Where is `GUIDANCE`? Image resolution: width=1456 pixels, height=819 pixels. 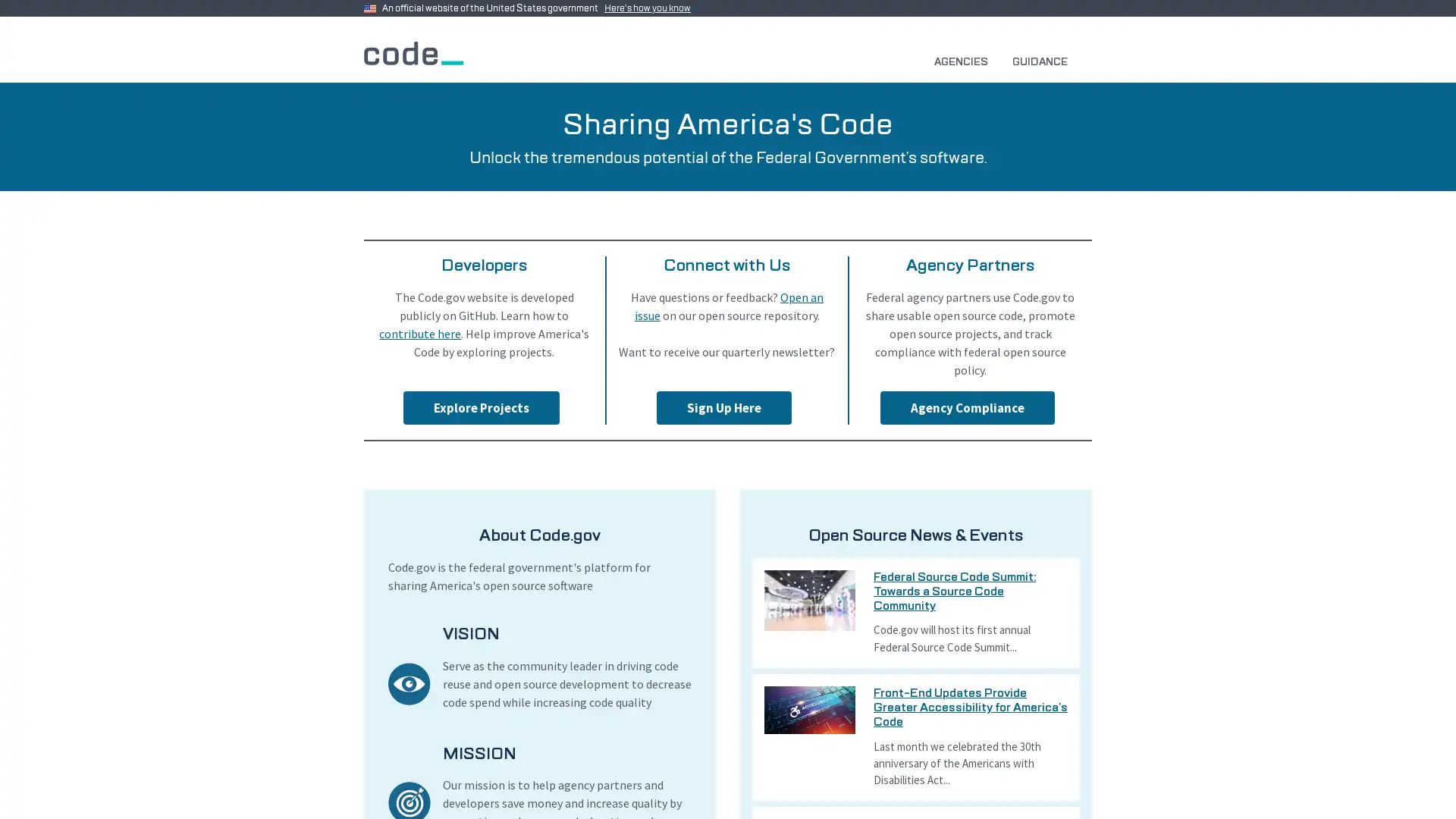 GUIDANCE is located at coordinates (1045, 61).